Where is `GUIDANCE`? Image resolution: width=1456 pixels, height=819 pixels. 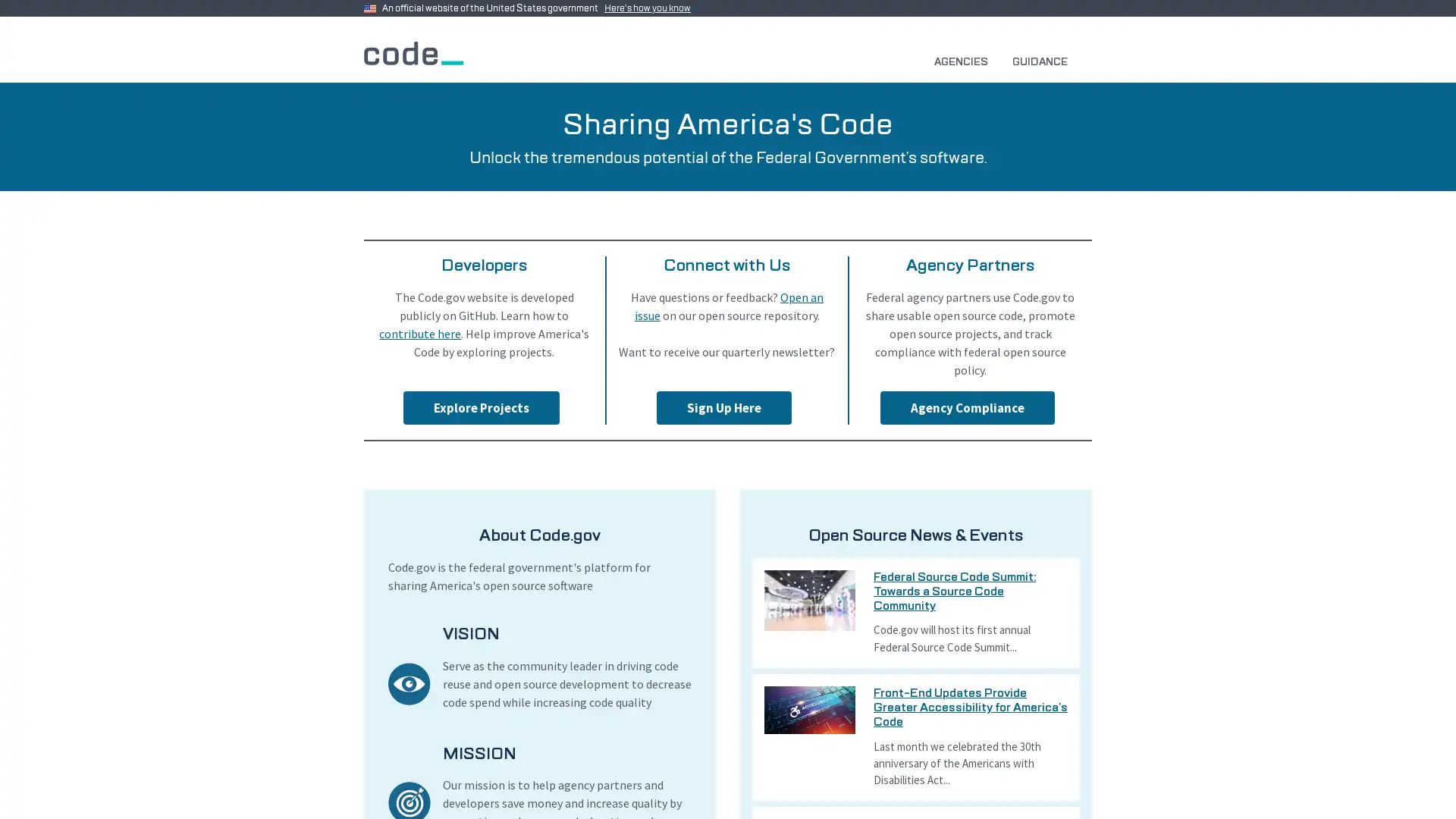 GUIDANCE is located at coordinates (1045, 61).